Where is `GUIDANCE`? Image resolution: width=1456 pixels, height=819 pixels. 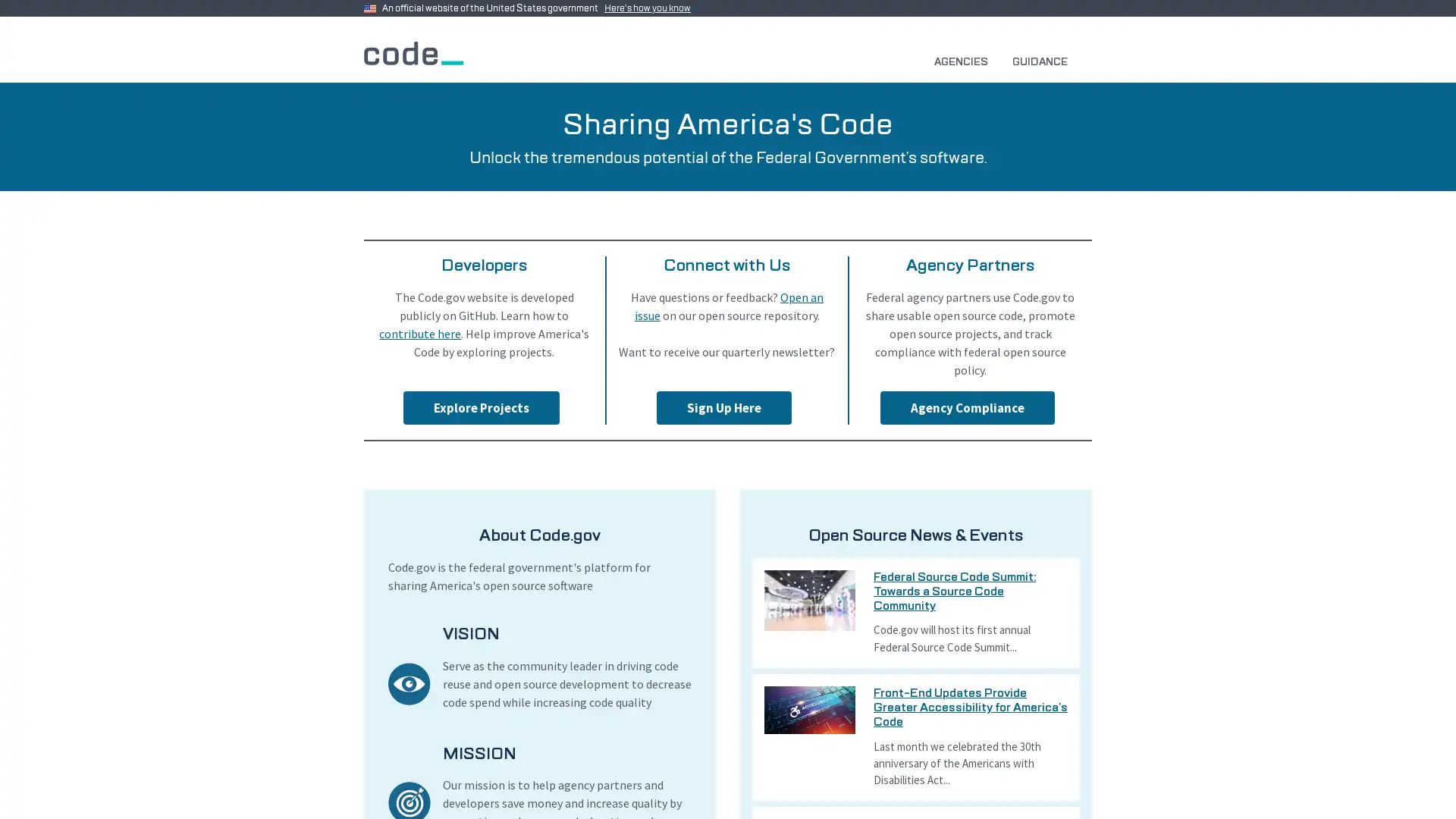 GUIDANCE is located at coordinates (1045, 61).